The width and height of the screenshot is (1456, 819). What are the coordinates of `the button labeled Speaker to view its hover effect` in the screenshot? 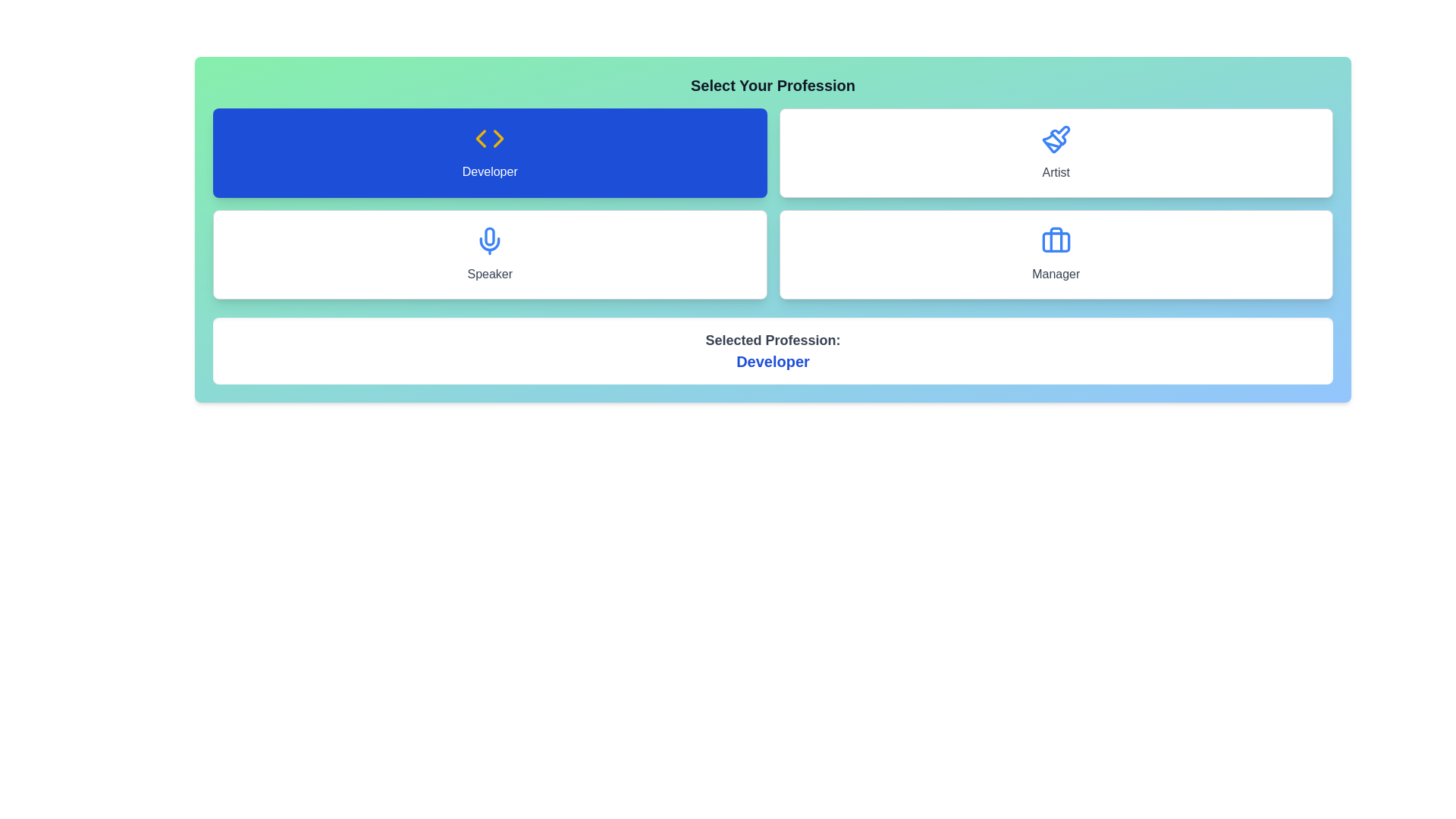 It's located at (490, 253).